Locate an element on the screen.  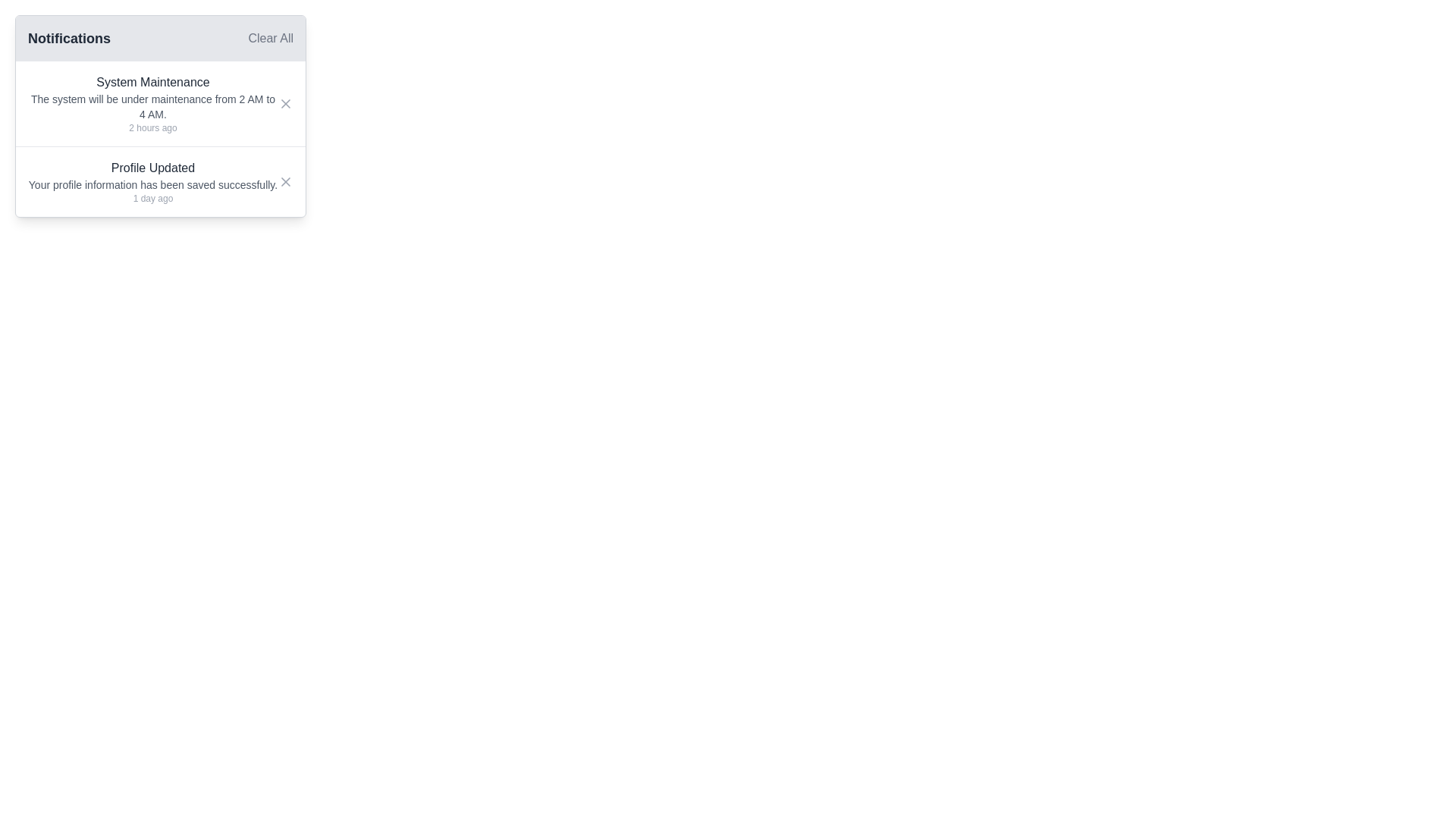
information displayed in the upper notification card that contains the title, details, and timestamp of the ongoing or planned system maintenance activity is located at coordinates (152, 103).